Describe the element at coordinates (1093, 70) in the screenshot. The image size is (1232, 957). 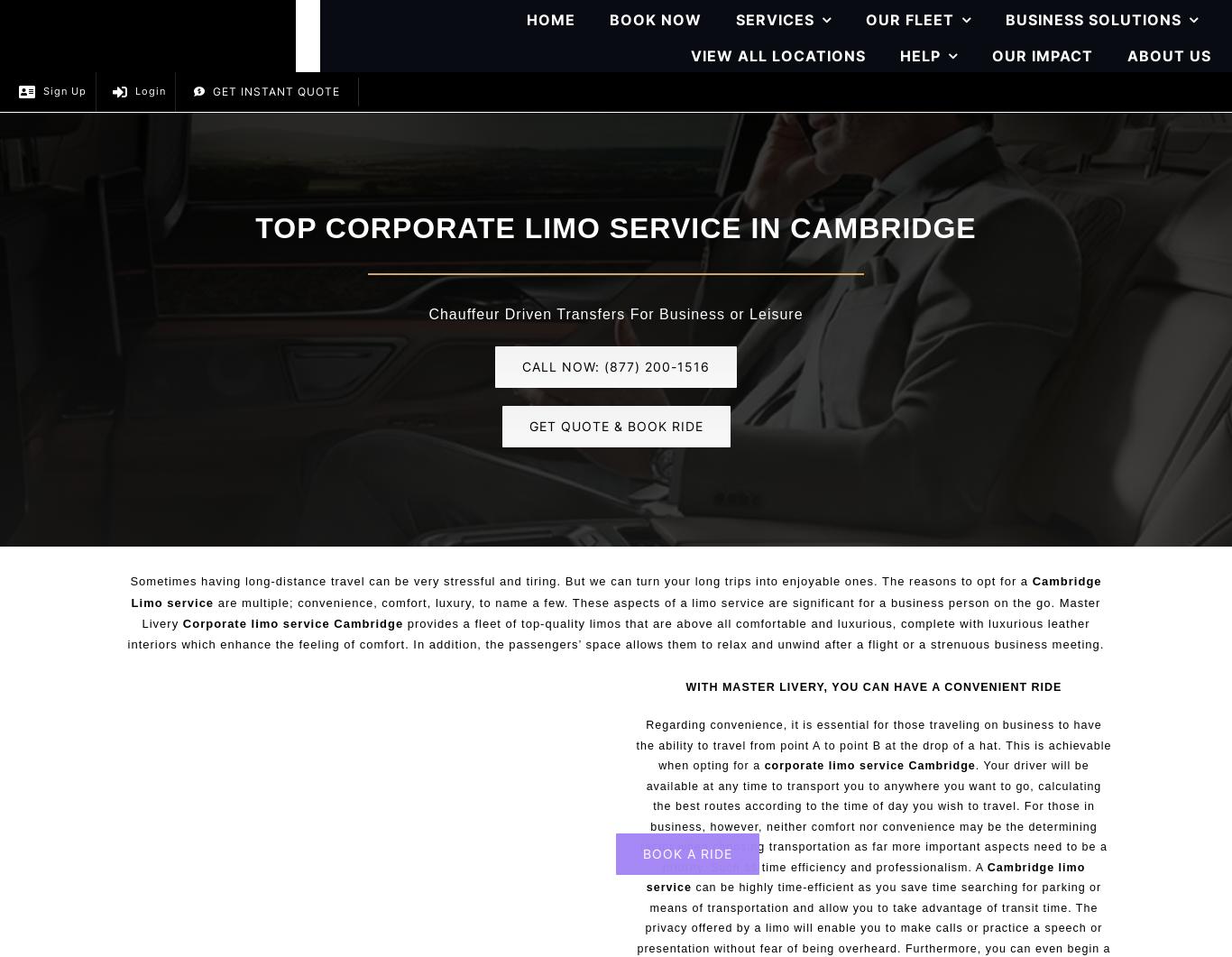
I see `'Corporate Roadshows'` at that location.